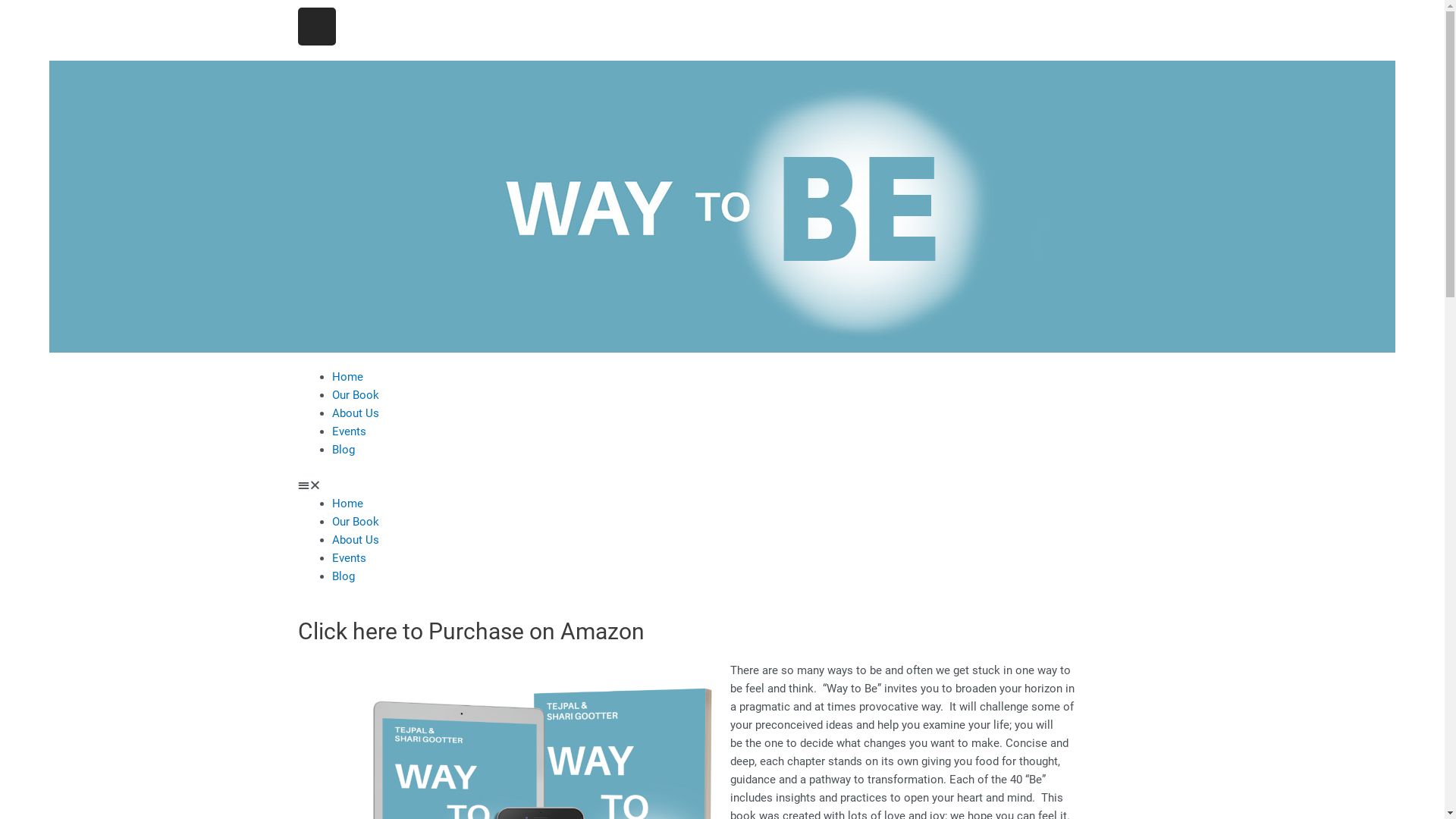  What do you see at coordinates (355, 538) in the screenshot?
I see `'About Us'` at bounding box center [355, 538].